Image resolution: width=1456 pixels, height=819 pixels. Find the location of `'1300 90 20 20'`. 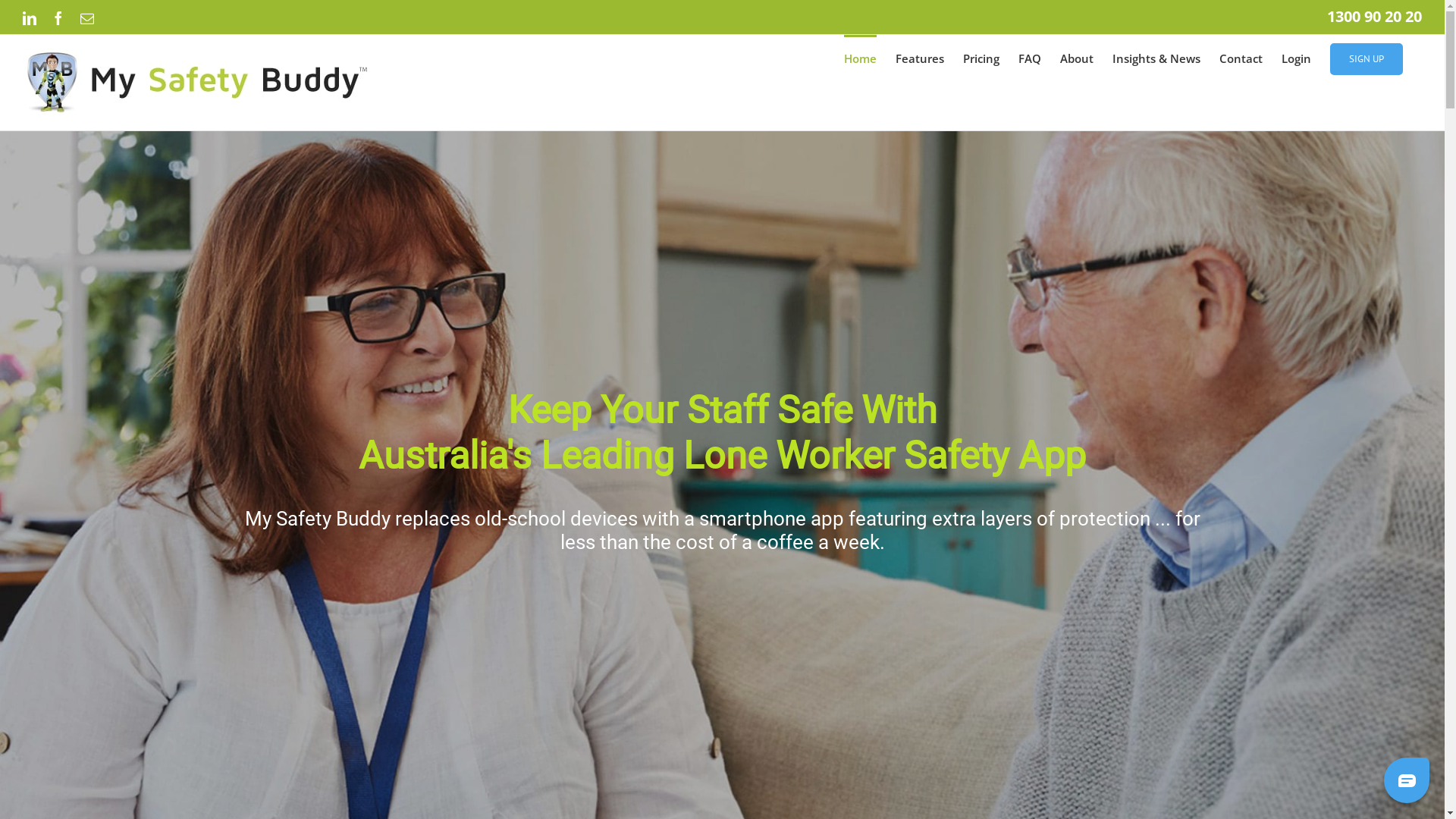

'1300 90 20 20' is located at coordinates (1374, 16).